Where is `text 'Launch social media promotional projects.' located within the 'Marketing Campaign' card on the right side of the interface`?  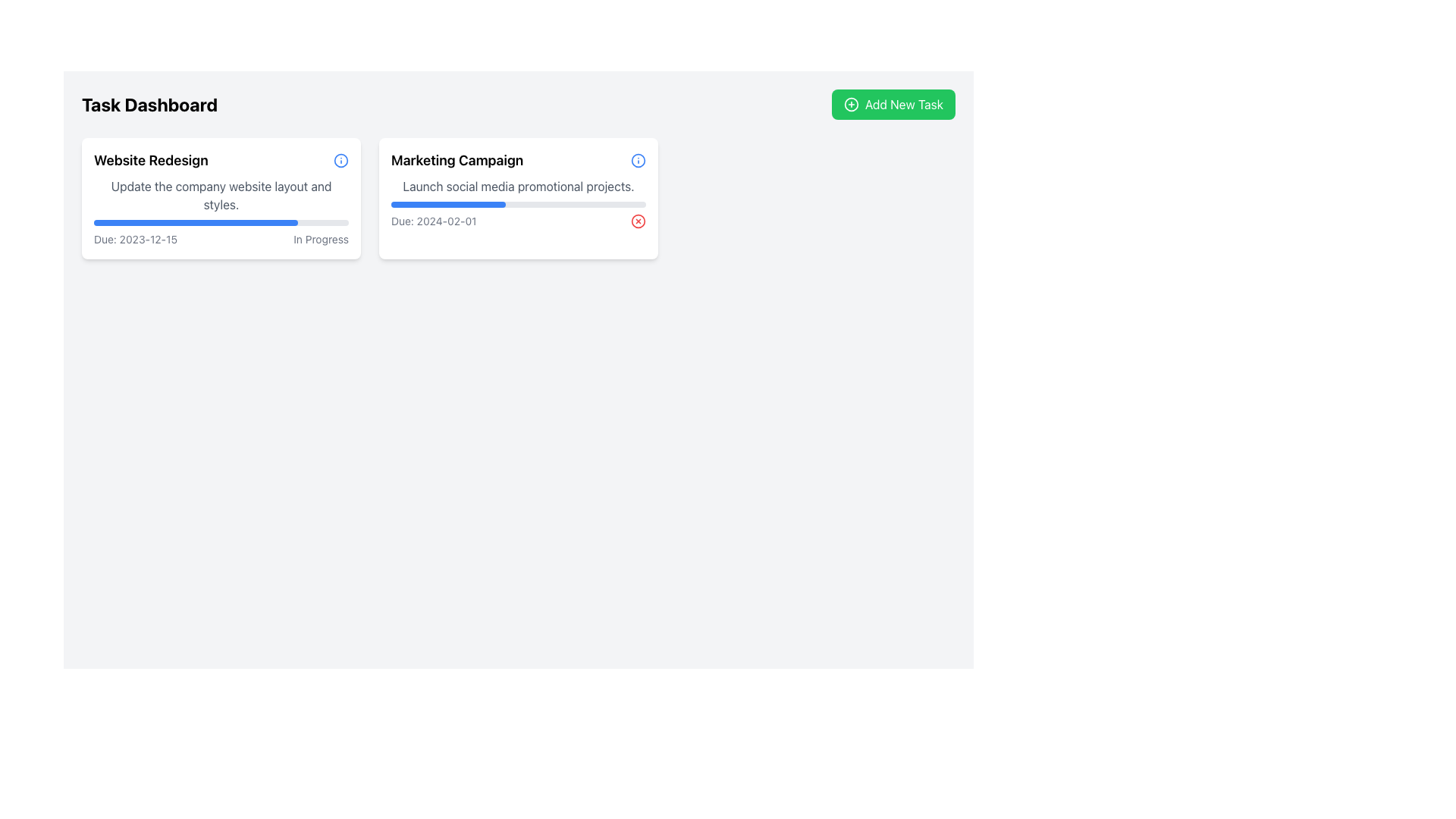 text 'Launch social media promotional projects.' located within the 'Marketing Campaign' card on the right side of the interface is located at coordinates (519, 186).